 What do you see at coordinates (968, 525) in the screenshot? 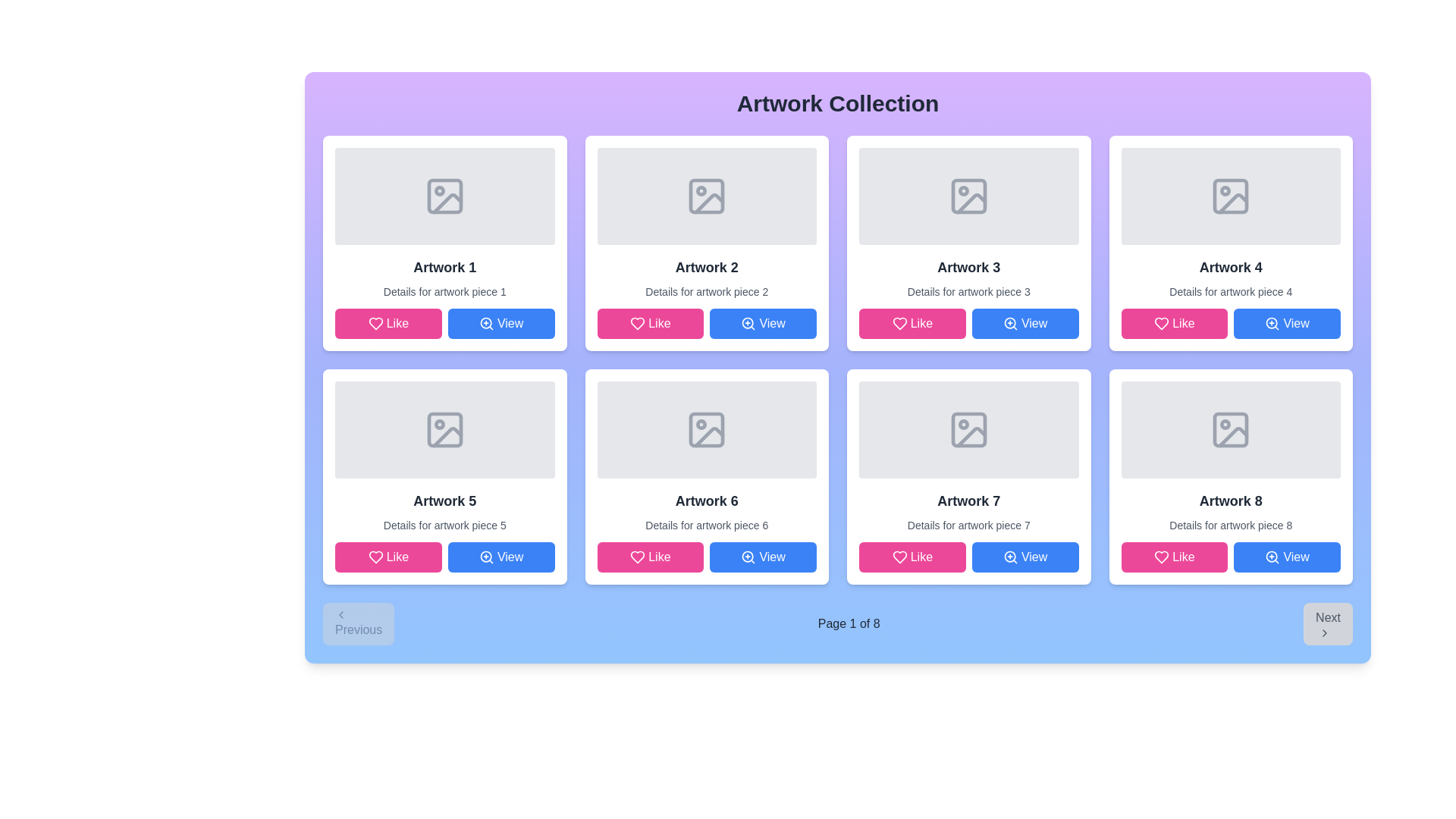
I see `the text label that contains 'Details for artwork piece 7', which is located below the title 'Artwork 7' and above the 'Like' and 'View' buttons` at bounding box center [968, 525].